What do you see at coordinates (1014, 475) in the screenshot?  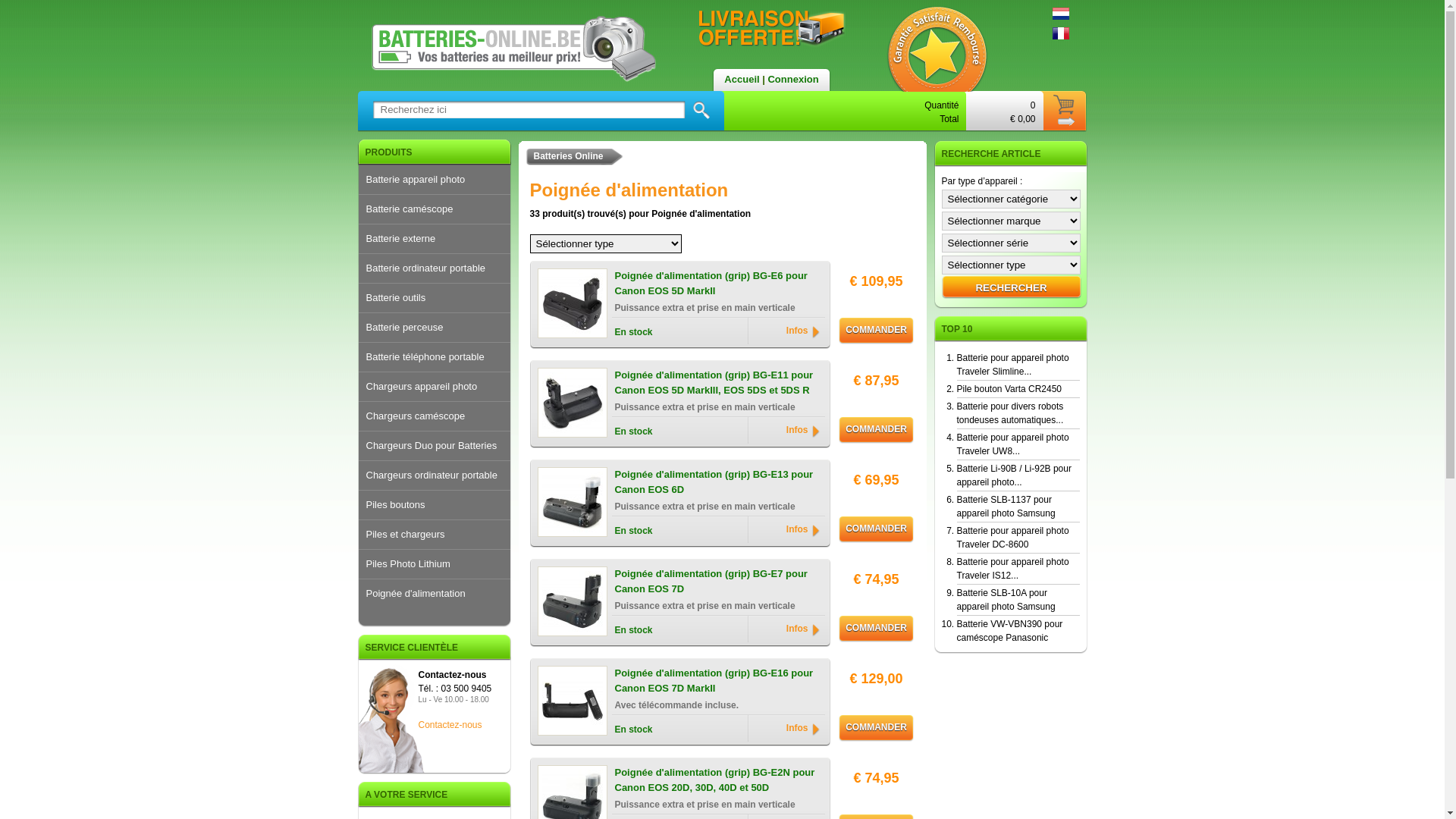 I see `'Batterie Li-90B / Li-92B pour appareil photo...'` at bounding box center [1014, 475].